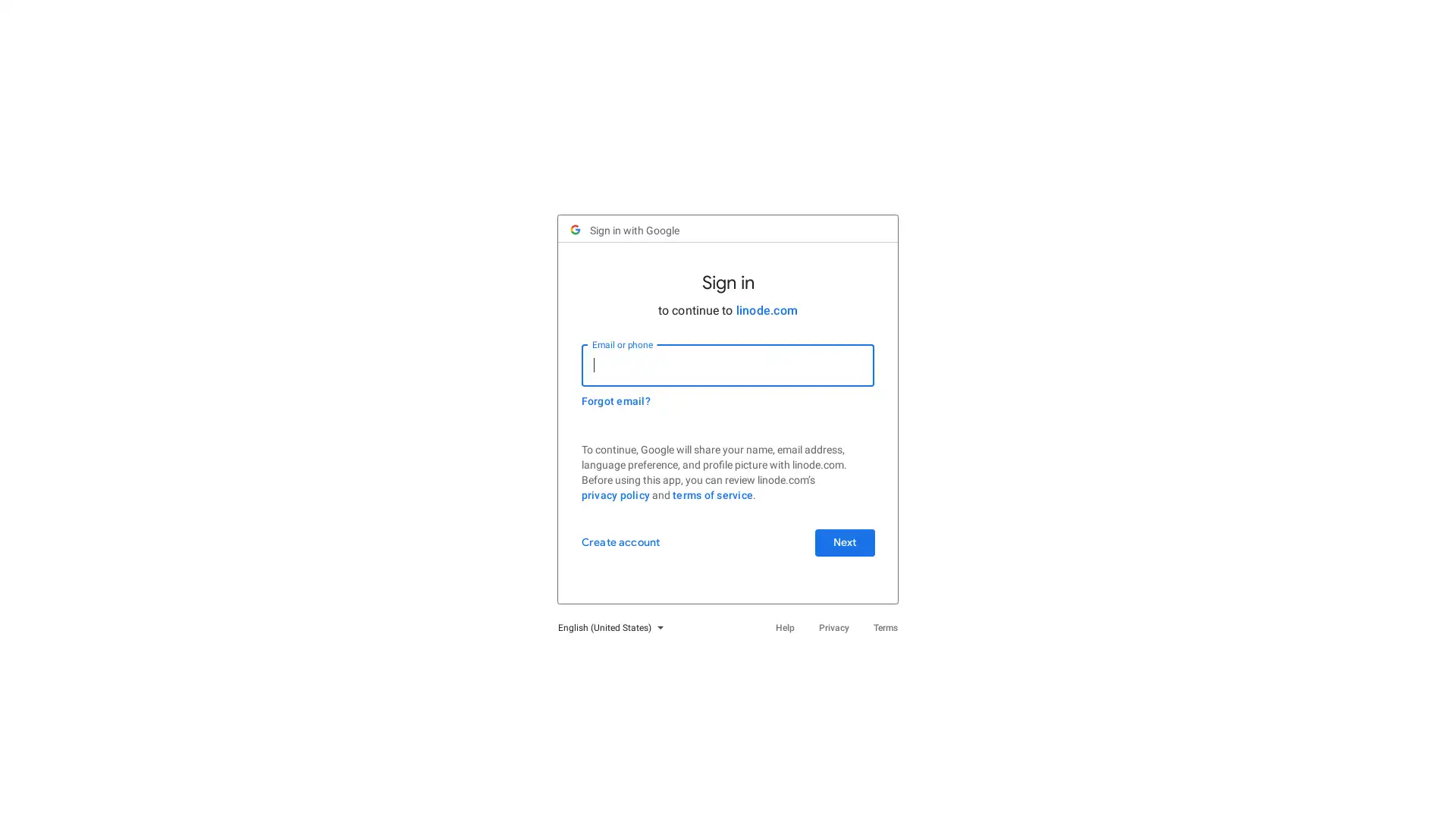 The image size is (1456, 819). I want to click on Create account, so click(627, 548).